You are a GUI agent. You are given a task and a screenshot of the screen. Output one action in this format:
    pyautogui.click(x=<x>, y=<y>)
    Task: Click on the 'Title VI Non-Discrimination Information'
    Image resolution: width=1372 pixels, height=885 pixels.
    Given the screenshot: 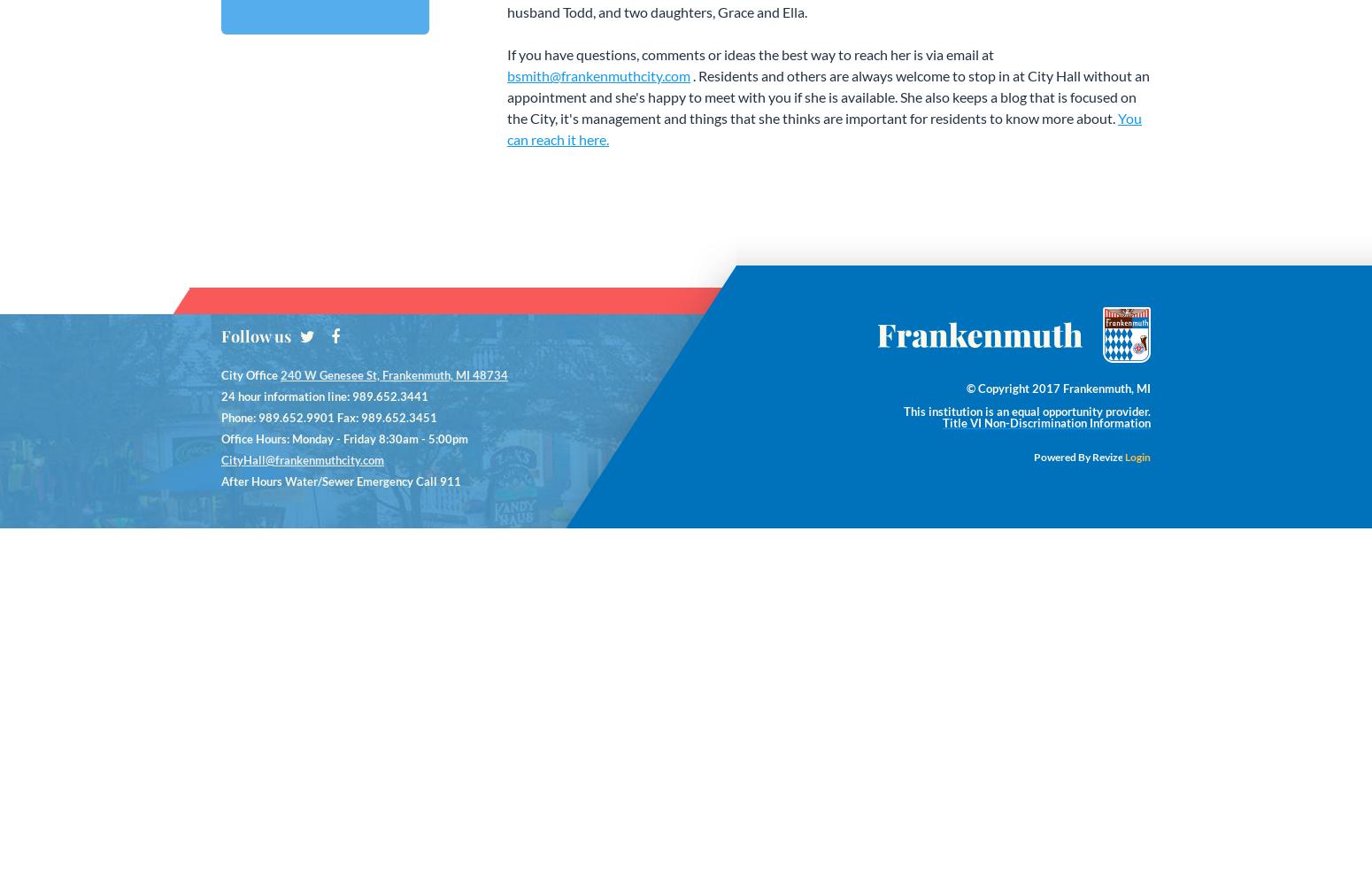 What is the action you would take?
    pyautogui.click(x=1046, y=422)
    